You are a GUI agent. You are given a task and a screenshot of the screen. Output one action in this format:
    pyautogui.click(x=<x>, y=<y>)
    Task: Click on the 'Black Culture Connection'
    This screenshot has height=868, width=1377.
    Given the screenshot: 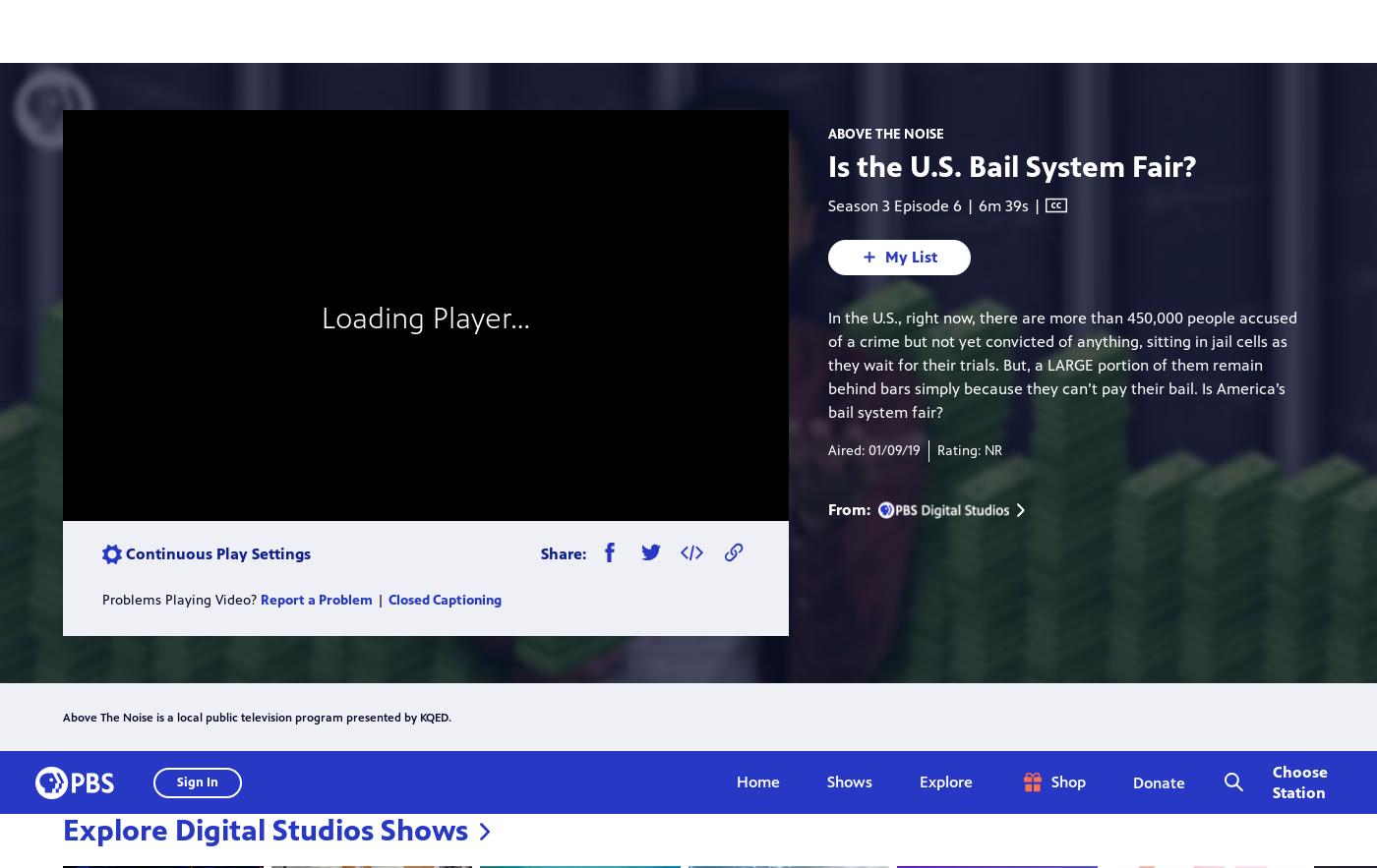 What is the action you would take?
    pyautogui.click(x=677, y=631)
    